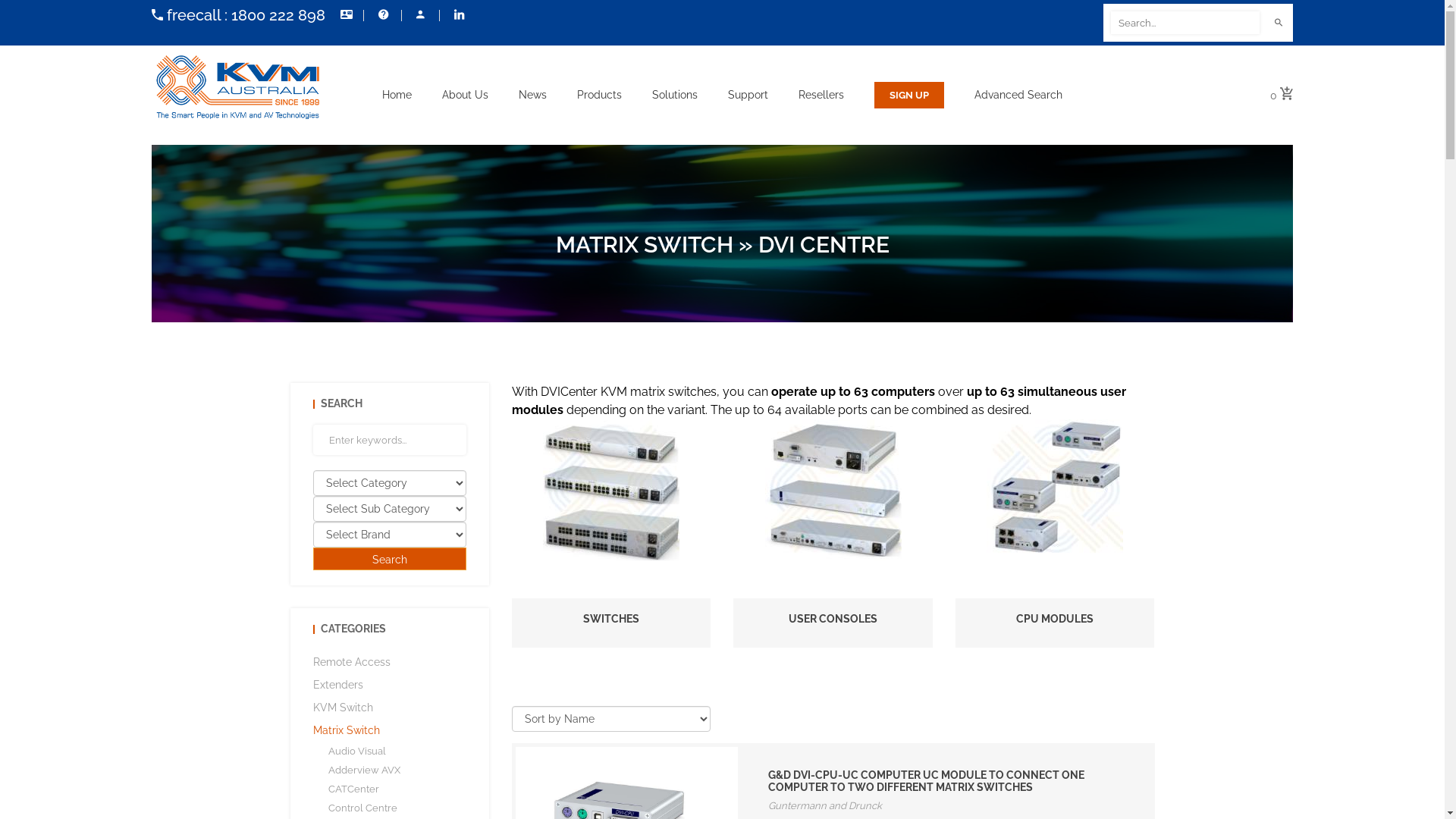  I want to click on '1800 222 898', so click(278, 14).